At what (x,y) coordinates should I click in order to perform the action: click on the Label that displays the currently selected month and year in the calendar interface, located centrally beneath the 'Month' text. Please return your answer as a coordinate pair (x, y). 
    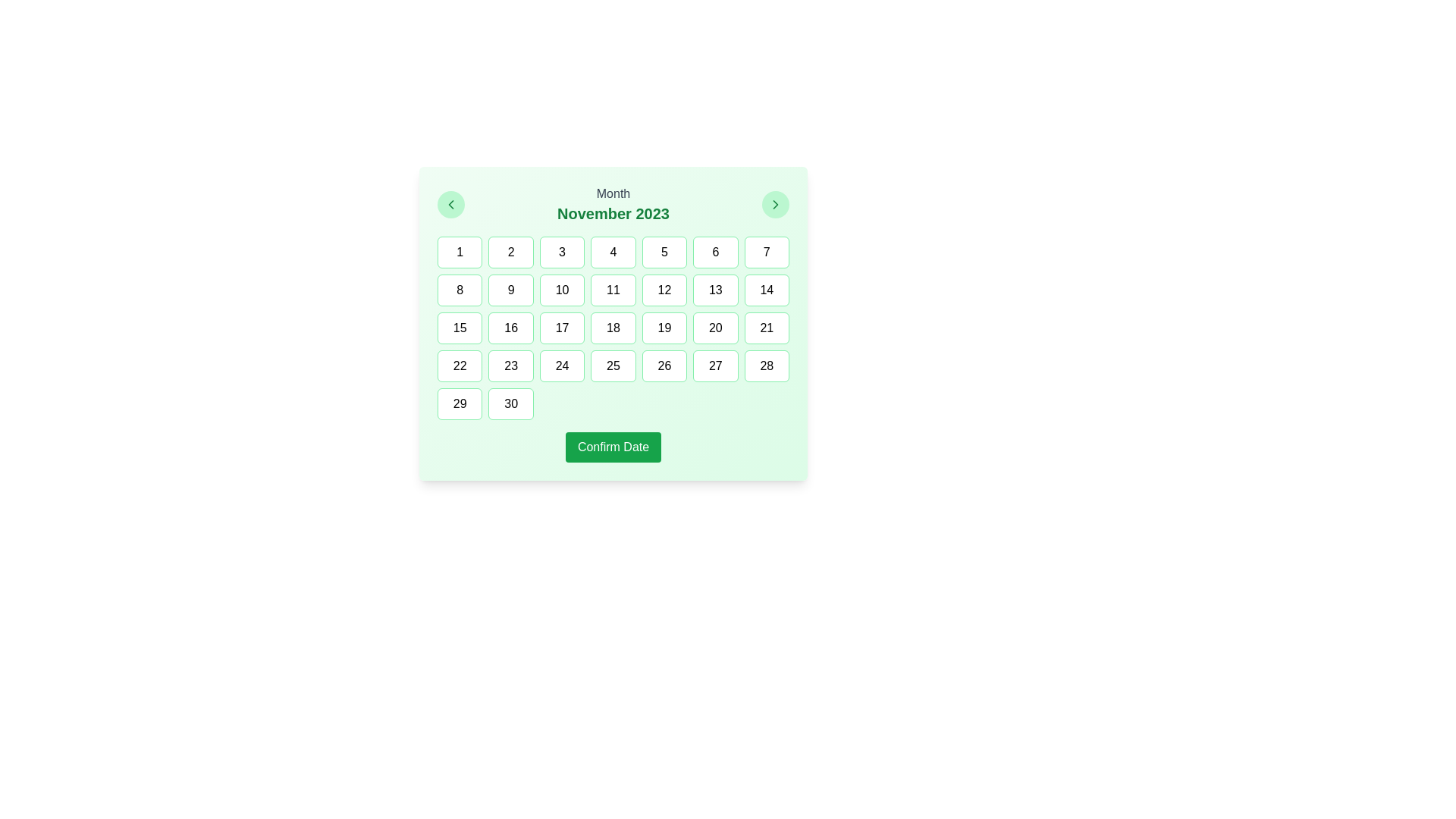
    Looking at the image, I should click on (613, 213).